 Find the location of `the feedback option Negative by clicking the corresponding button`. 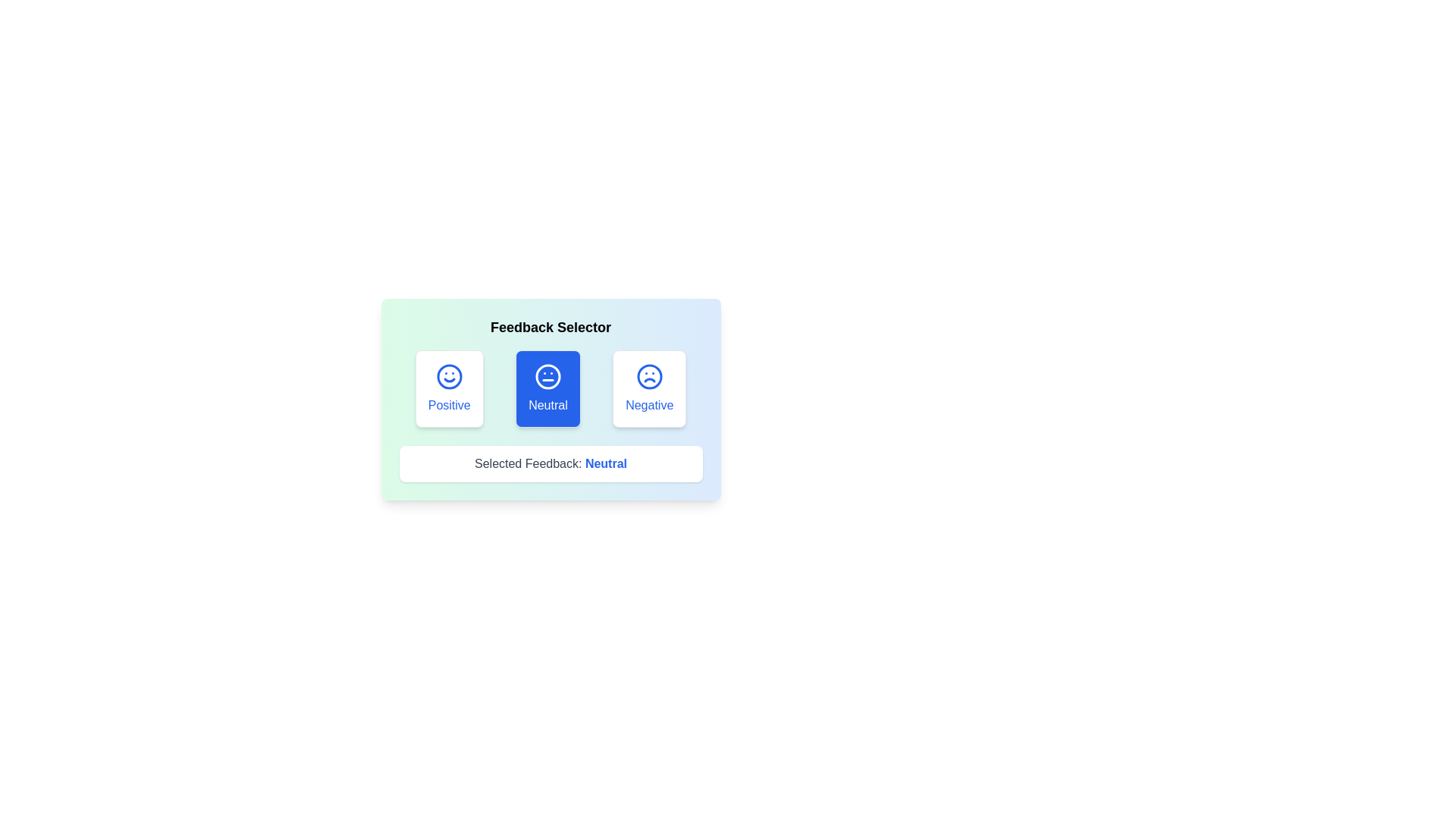

the feedback option Negative by clicking the corresponding button is located at coordinates (650, 388).